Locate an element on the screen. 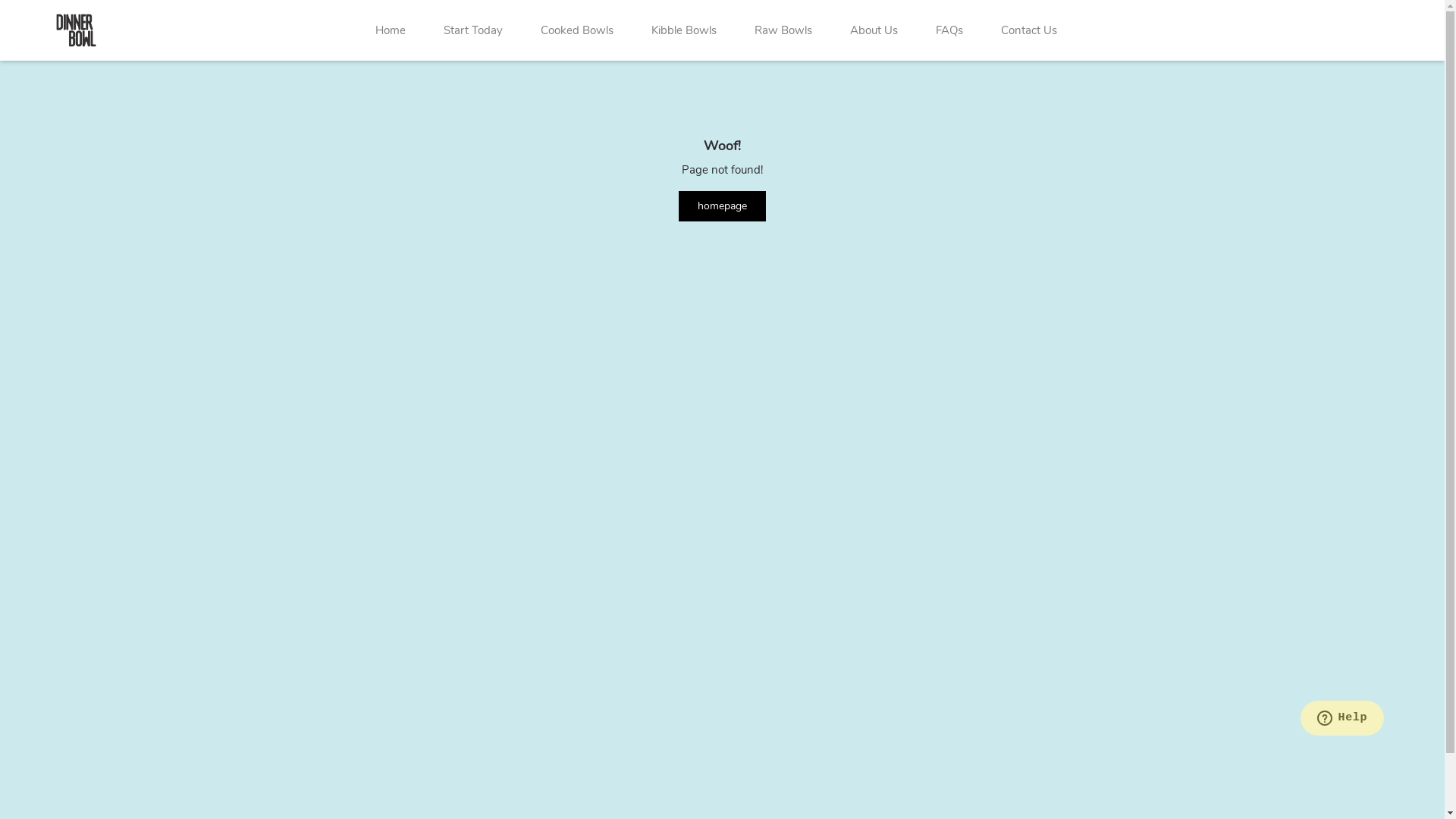 The width and height of the screenshot is (1456, 819). 'About Us' is located at coordinates (874, 30).